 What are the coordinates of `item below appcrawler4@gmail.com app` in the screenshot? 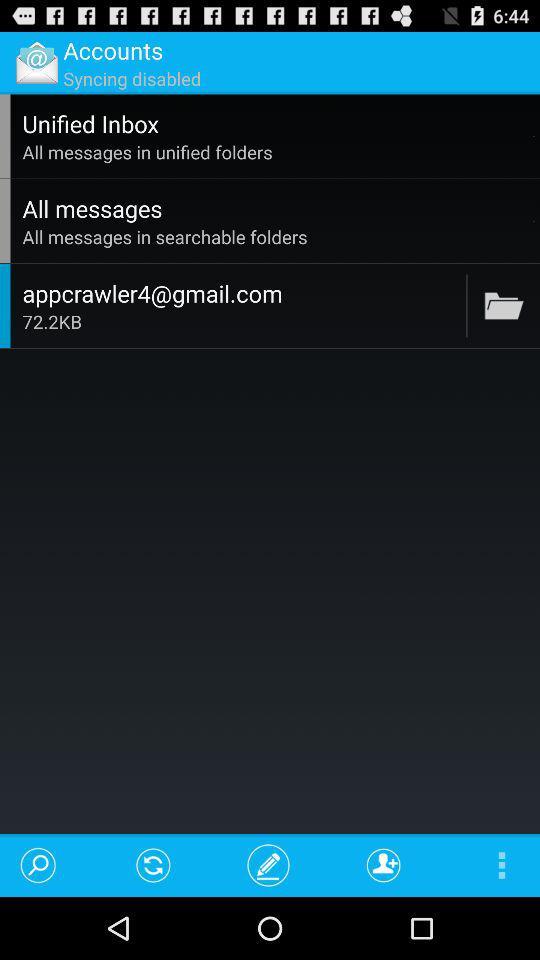 It's located at (241, 321).